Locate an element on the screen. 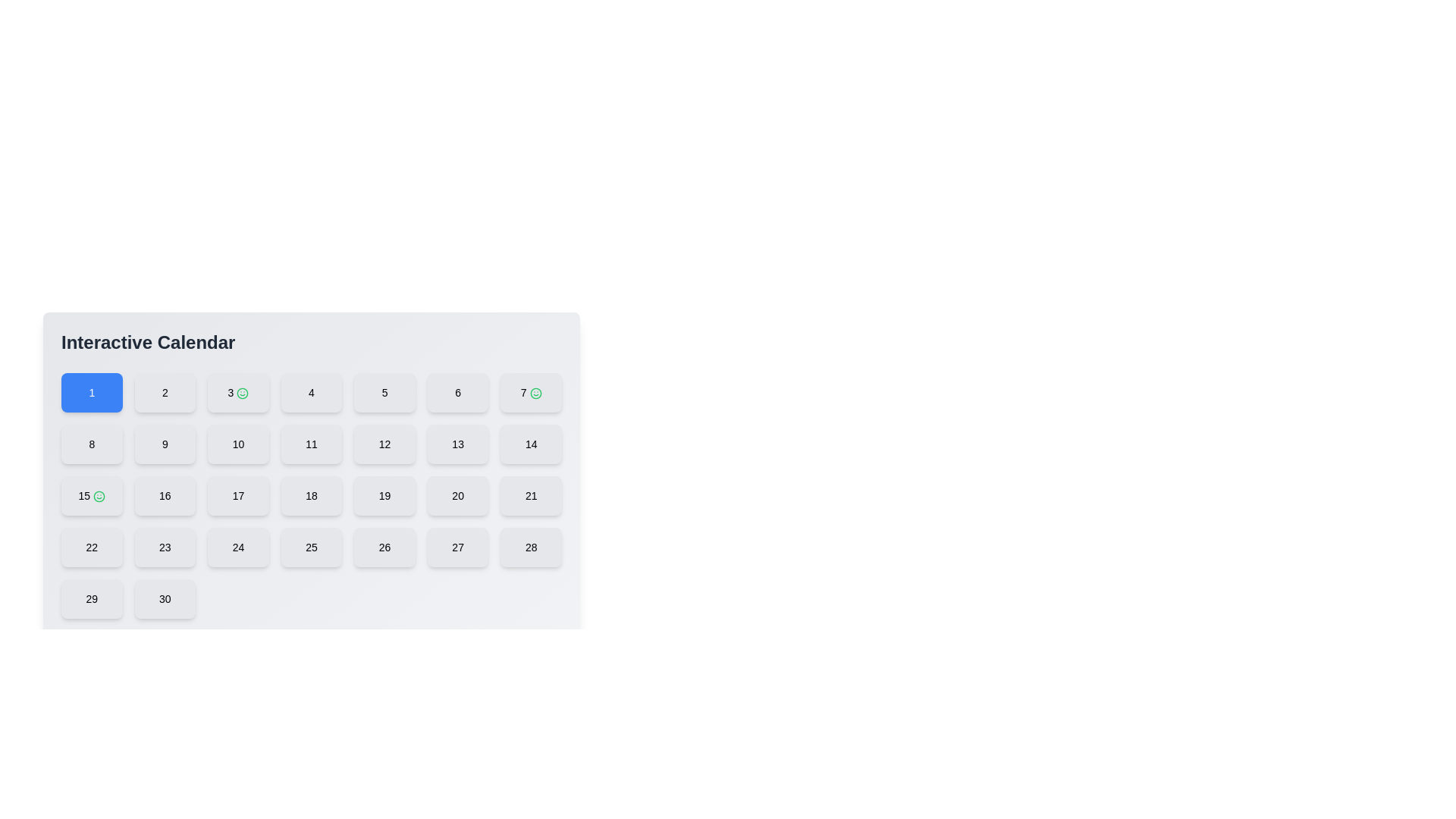  the interactive calendar day selector button for the date '3' is located at coordinates (237, 391).